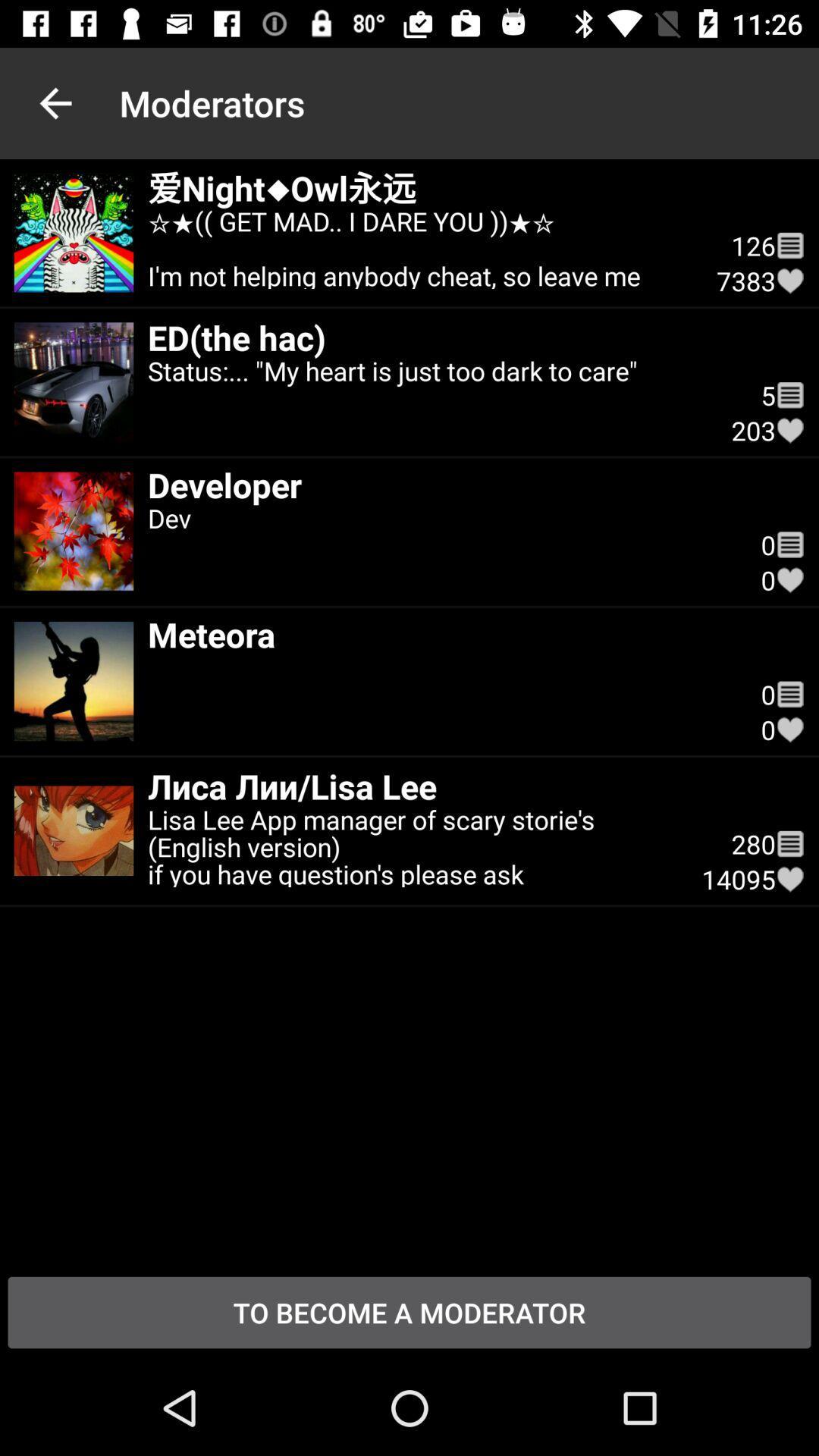 Image resolution: width=819 pixels, height=1456 pixels. What do you see at coordinates (738, 879) in the screenshot?
I see `14095 item` at bounding box center [738, 879].